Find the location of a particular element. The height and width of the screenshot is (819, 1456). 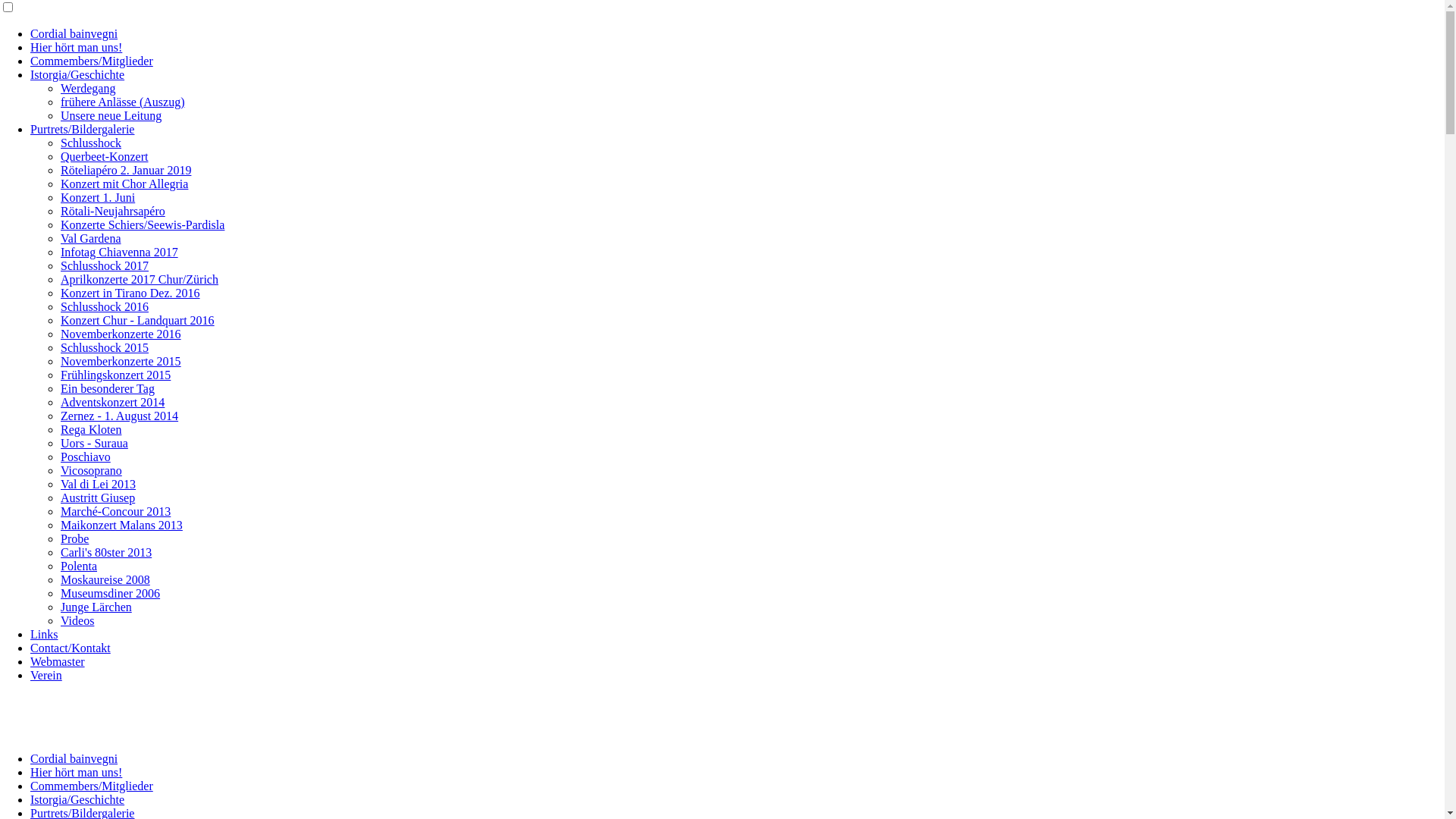

'Schlusshock' is located at coordinates (90, 143).